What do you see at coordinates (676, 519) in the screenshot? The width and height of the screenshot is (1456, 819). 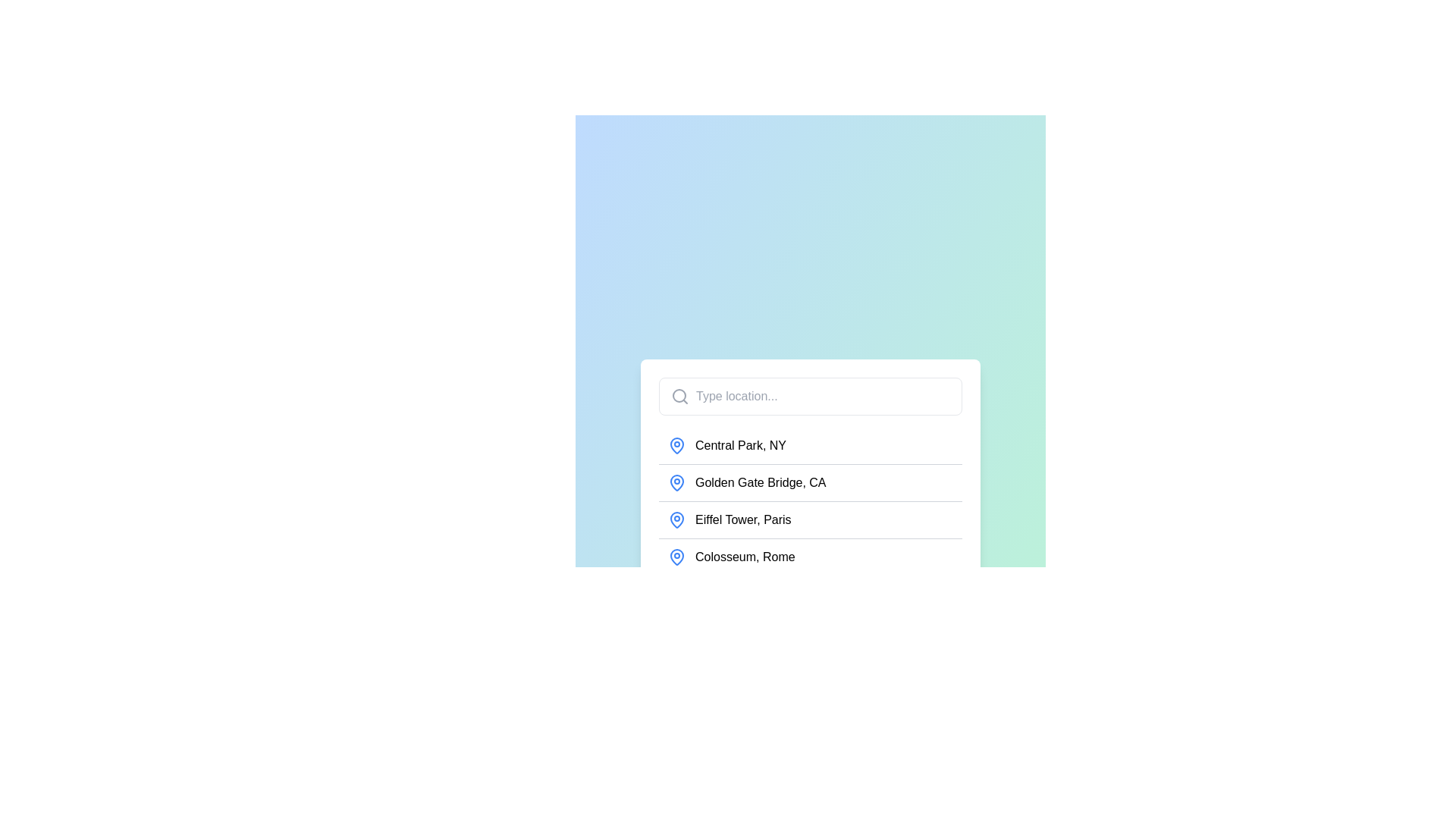 I see `the map pin icon component associated with the location 'Eiffel Tower, Paris' in the dropdown` at bounding box center [676, 519].